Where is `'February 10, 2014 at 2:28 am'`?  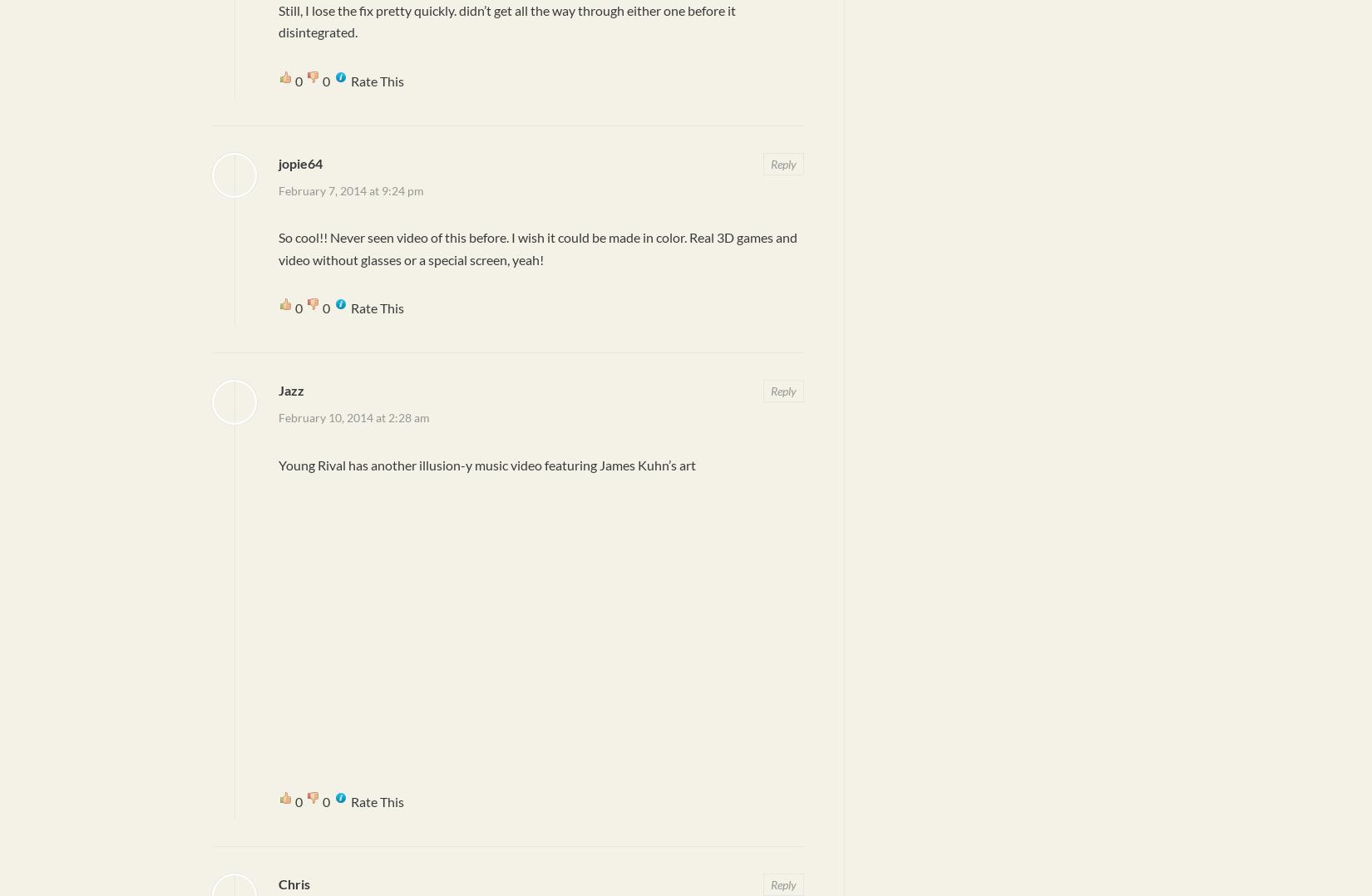 'February 10, 2014 at 2:28 am' is located at coordinates (353, 417).